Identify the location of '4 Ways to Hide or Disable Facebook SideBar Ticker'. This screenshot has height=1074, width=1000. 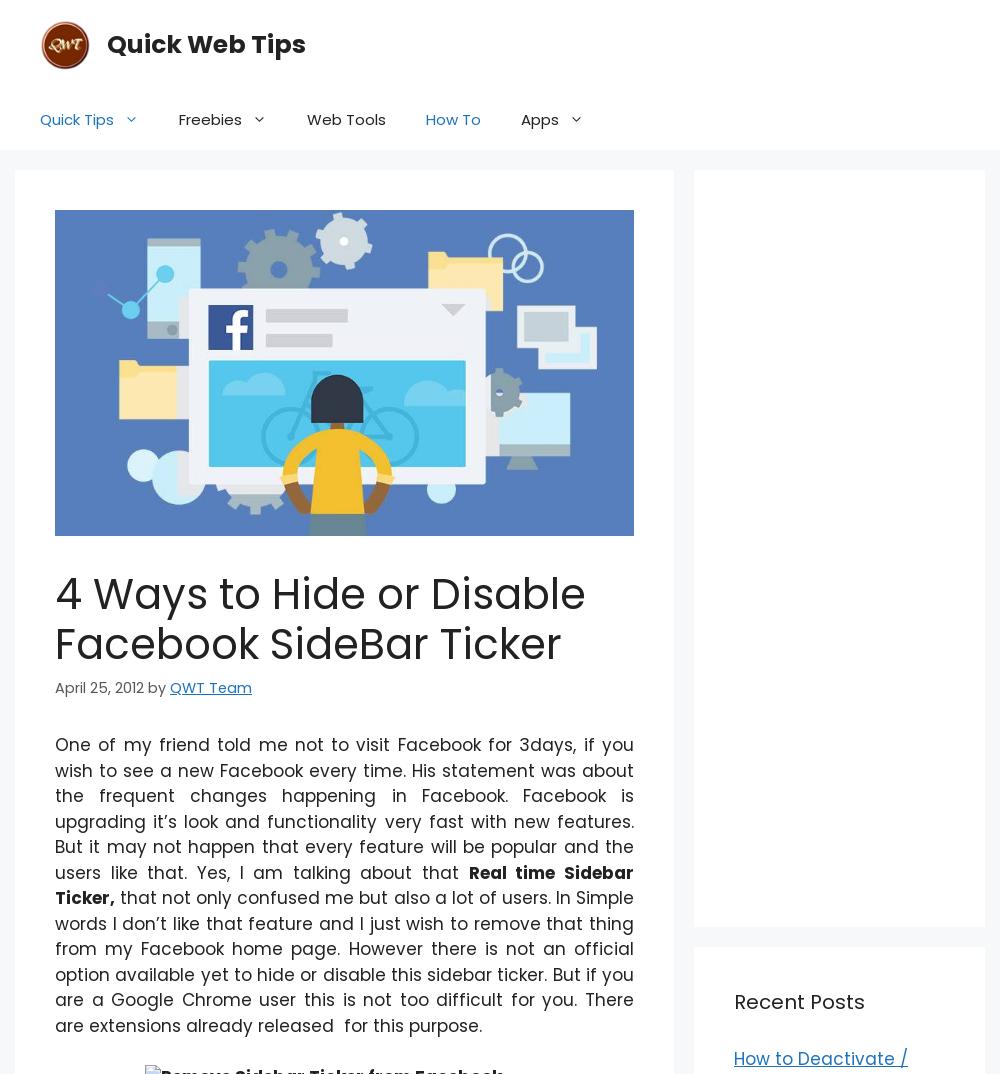
(319, 619).